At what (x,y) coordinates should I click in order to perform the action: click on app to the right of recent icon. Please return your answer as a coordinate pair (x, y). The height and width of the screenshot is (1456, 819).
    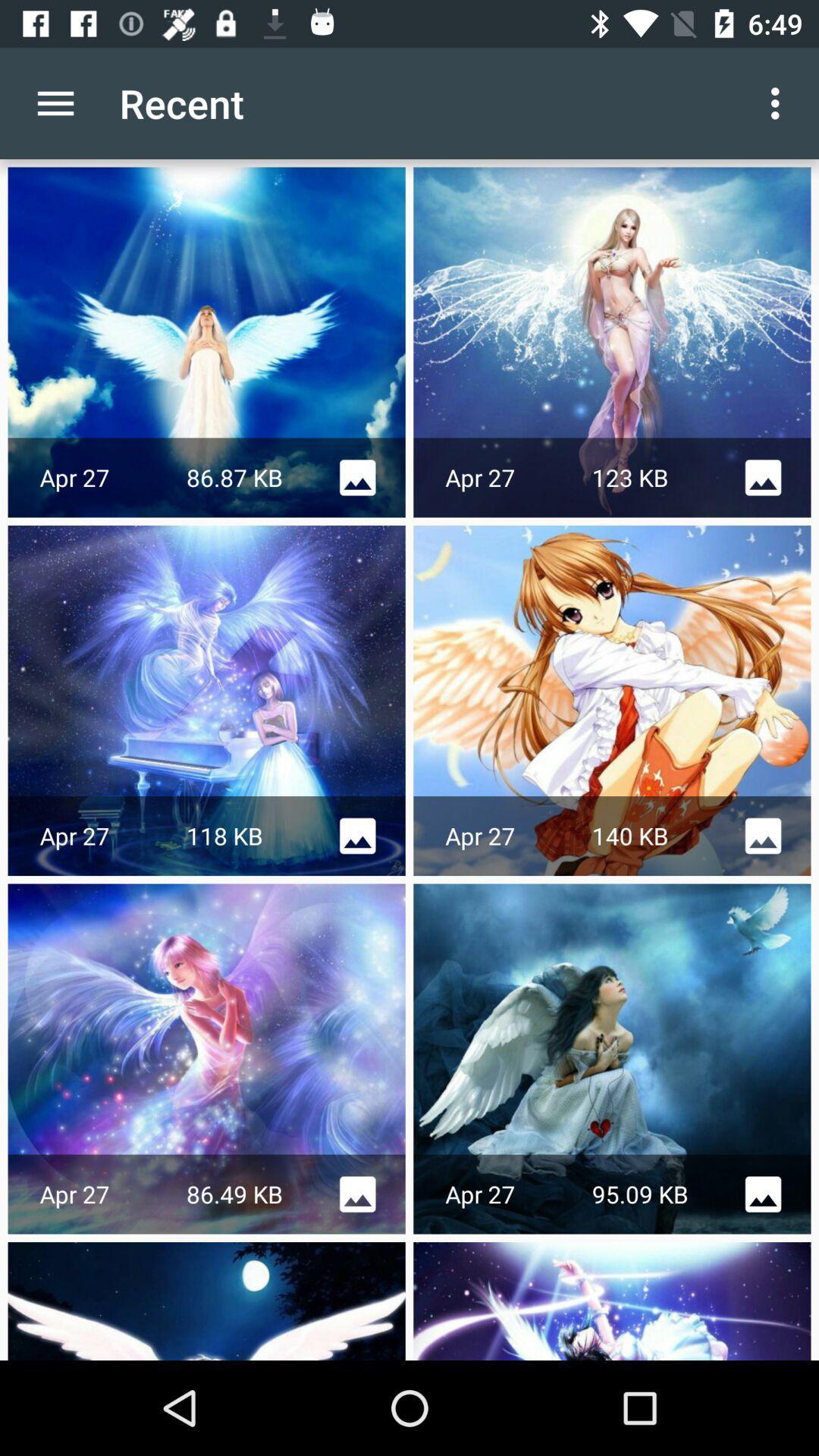
    Looking at the image, I should click on (779, 102).